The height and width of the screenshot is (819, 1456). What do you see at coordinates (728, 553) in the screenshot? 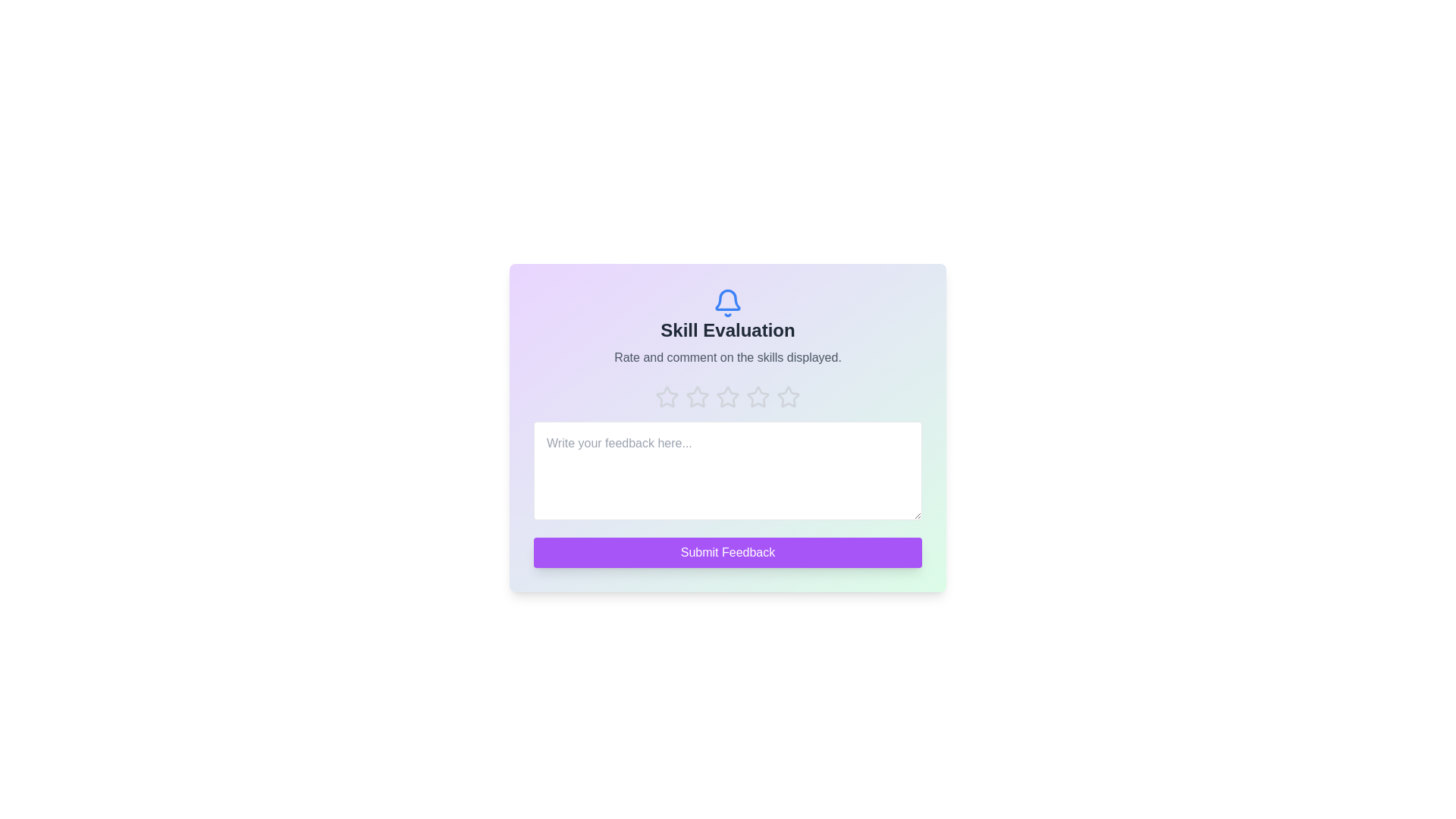
I see `submit button to submit the feedback` at bounding box center [728, 553].